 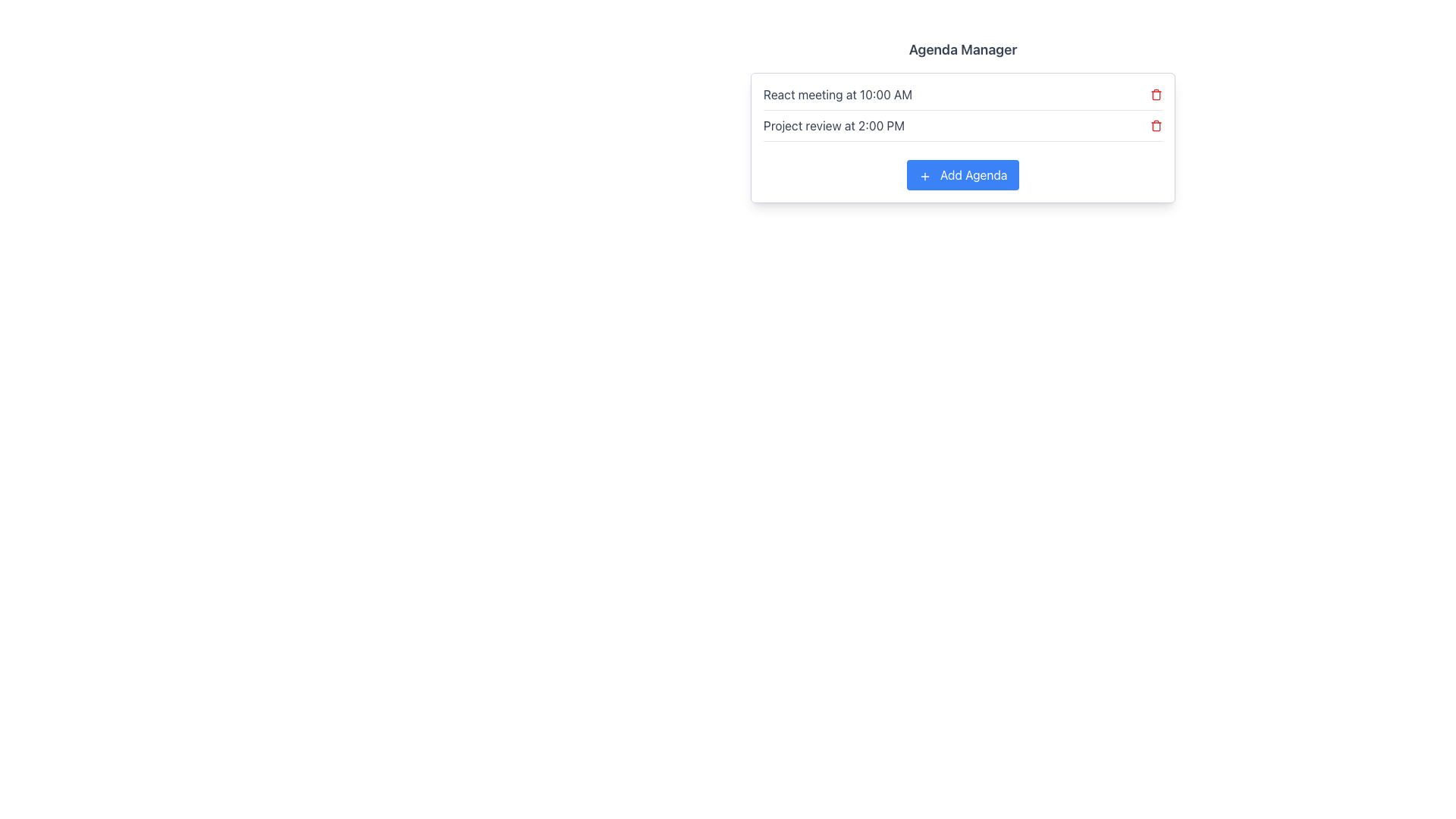 I want to click on text label in the second row of the agenda list, located directly below the entry labeled 'React meeting at 10:00 AM', so click(x=839, y=124).